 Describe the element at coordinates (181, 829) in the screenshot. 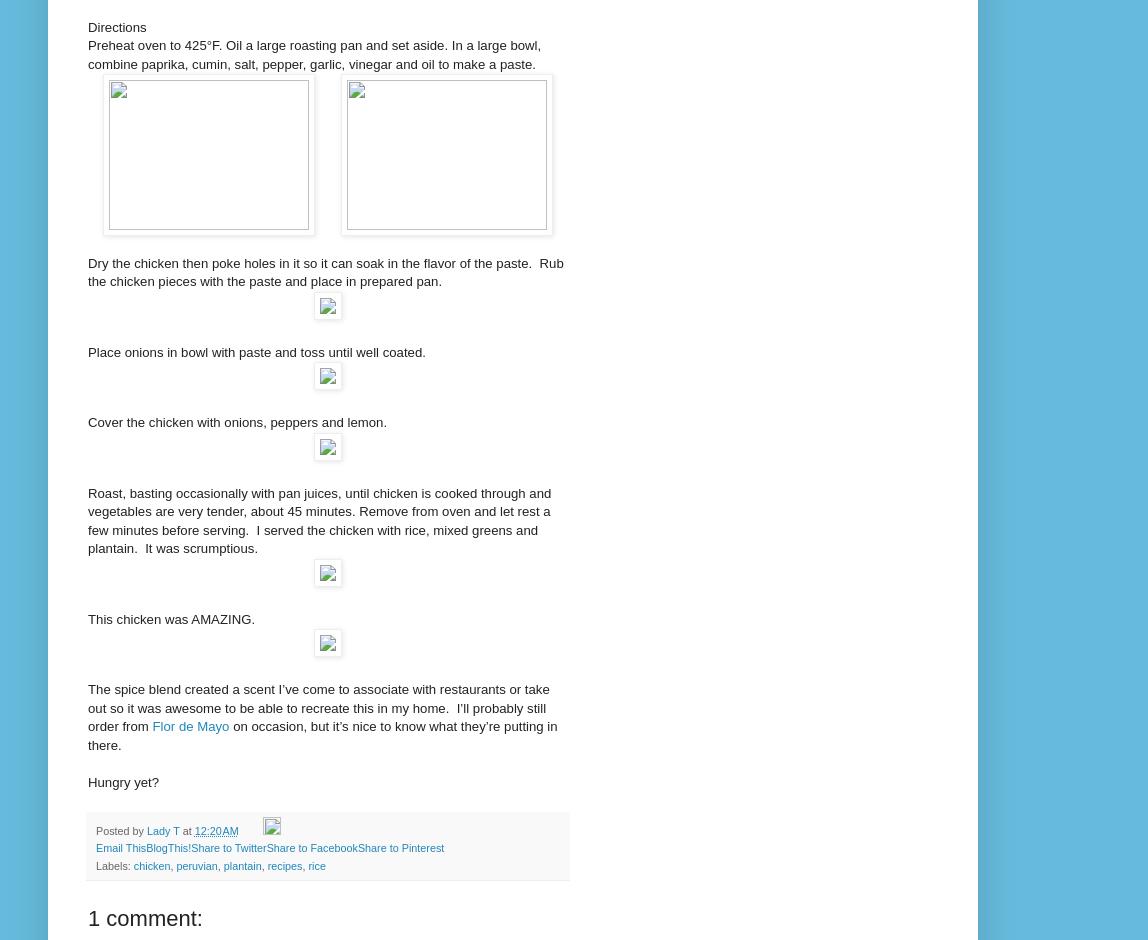

I see `'at'` at that location.